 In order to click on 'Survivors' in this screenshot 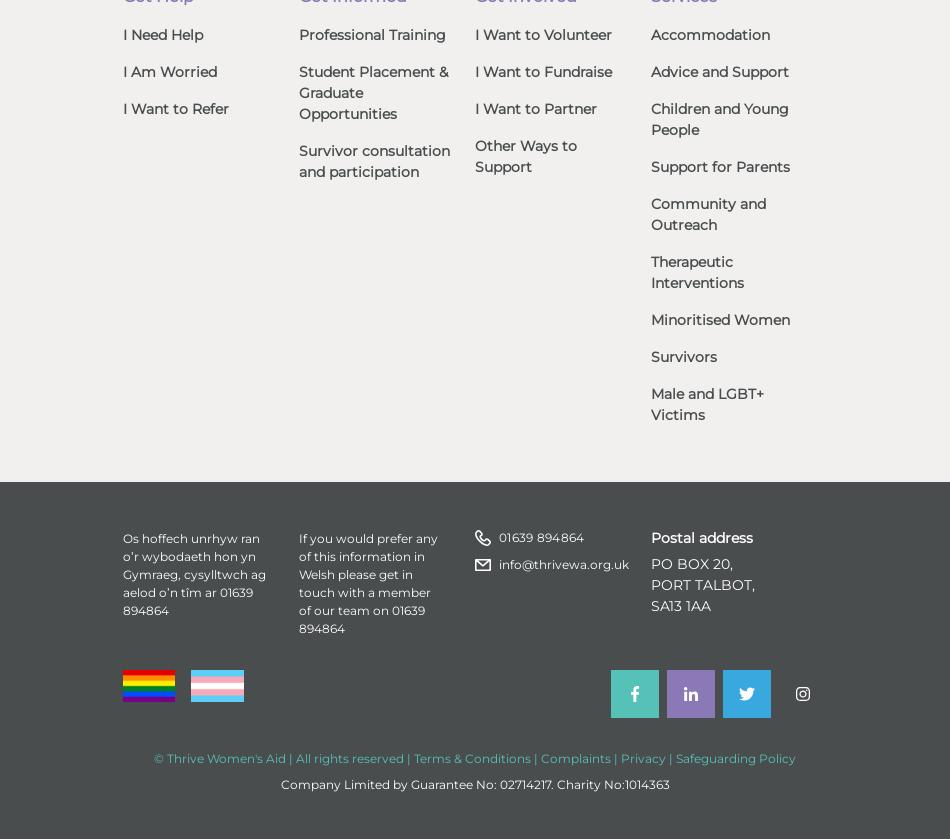, I will do `click(684, 355)`.